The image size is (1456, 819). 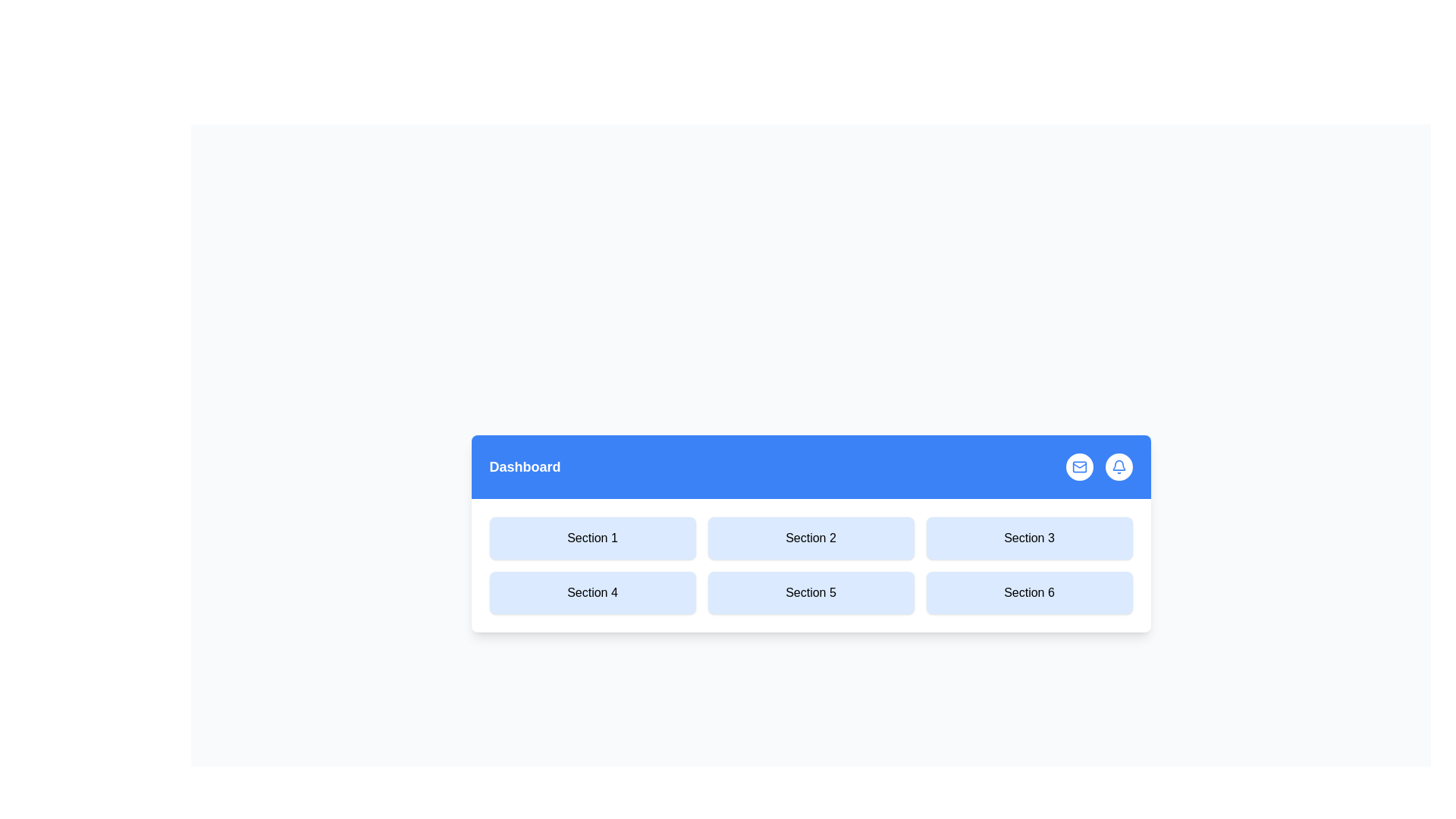 I want to click on the bell-shaped icon with a notification badge located in the top-right corner of the navigation bar, so click(x=1119, y=466).